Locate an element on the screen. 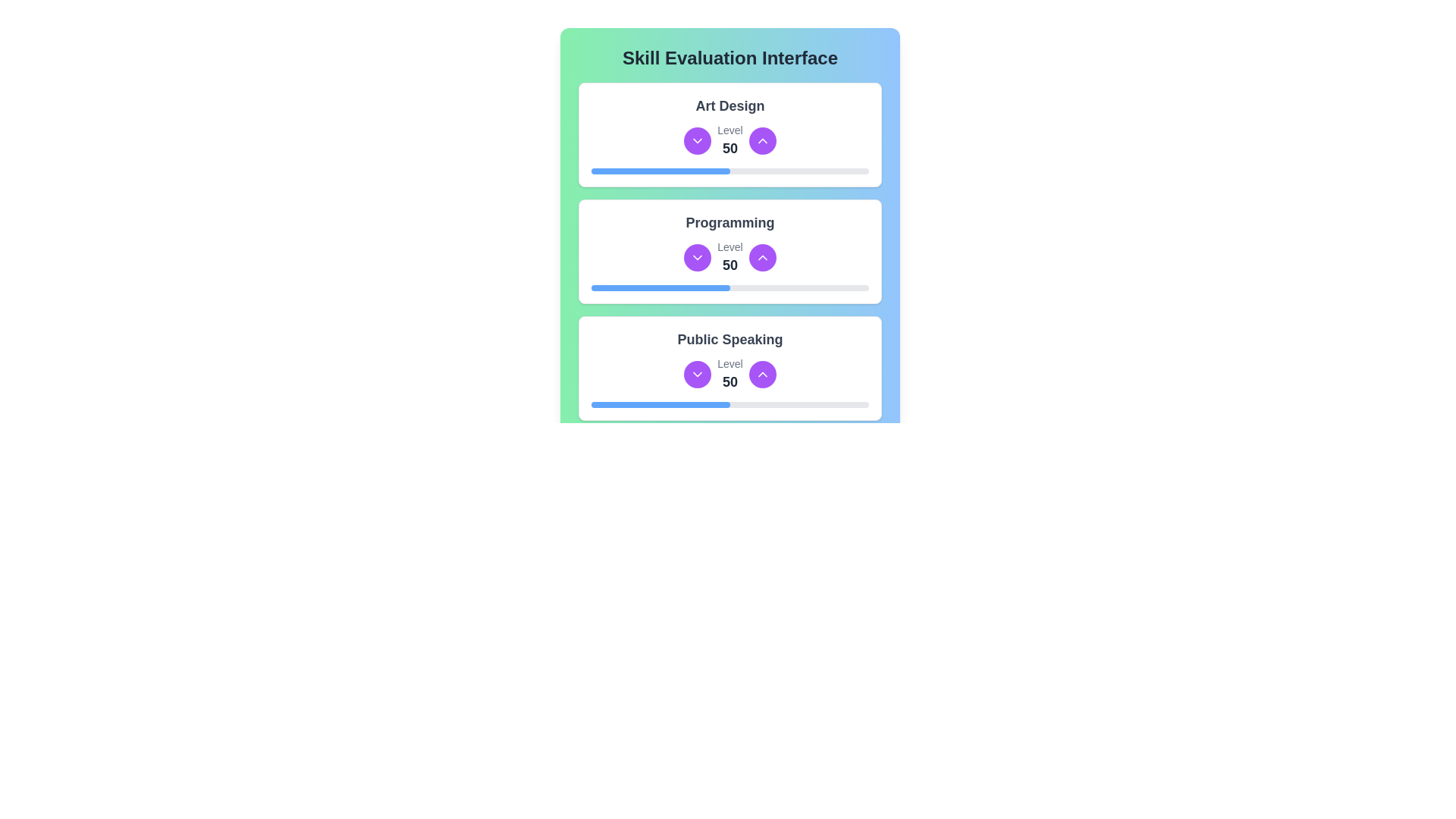 This screenshot has width=1456, height=819. the text label that indicates the 'Level' metric, which is positioned centrally above the numeric value '50' in the 'Programming' section of the interface is located at coordinates (730, 246).